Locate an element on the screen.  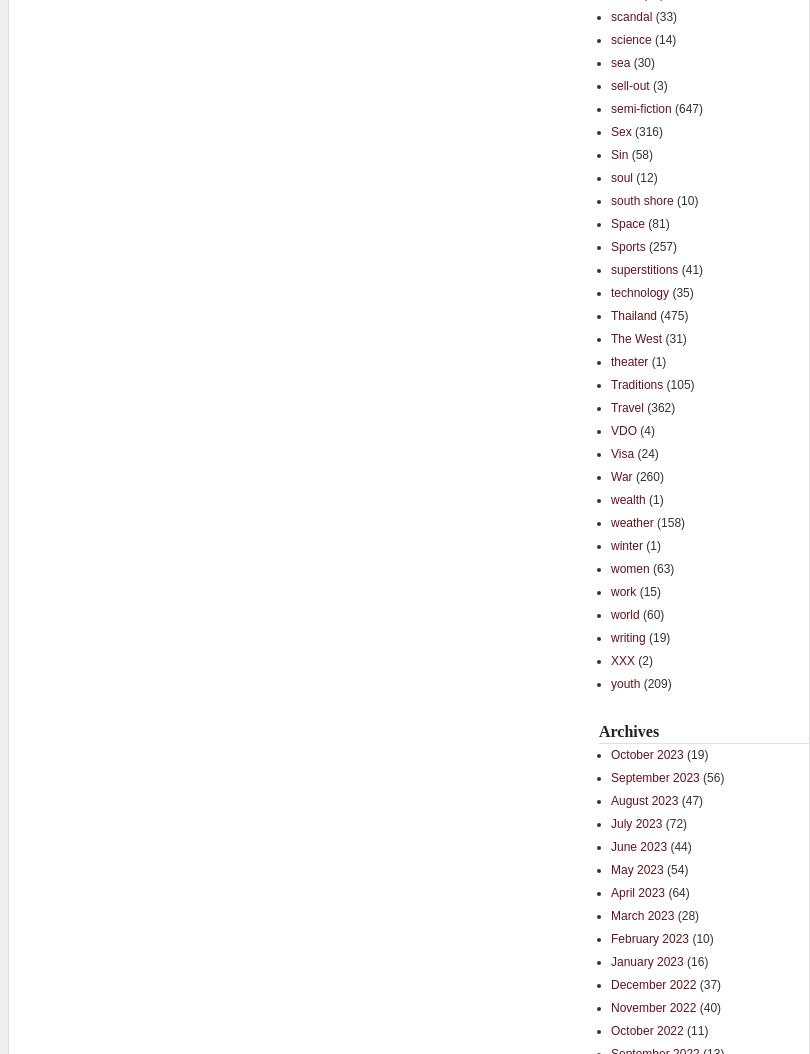
'sell-out' is located at coordinates (609, 83).